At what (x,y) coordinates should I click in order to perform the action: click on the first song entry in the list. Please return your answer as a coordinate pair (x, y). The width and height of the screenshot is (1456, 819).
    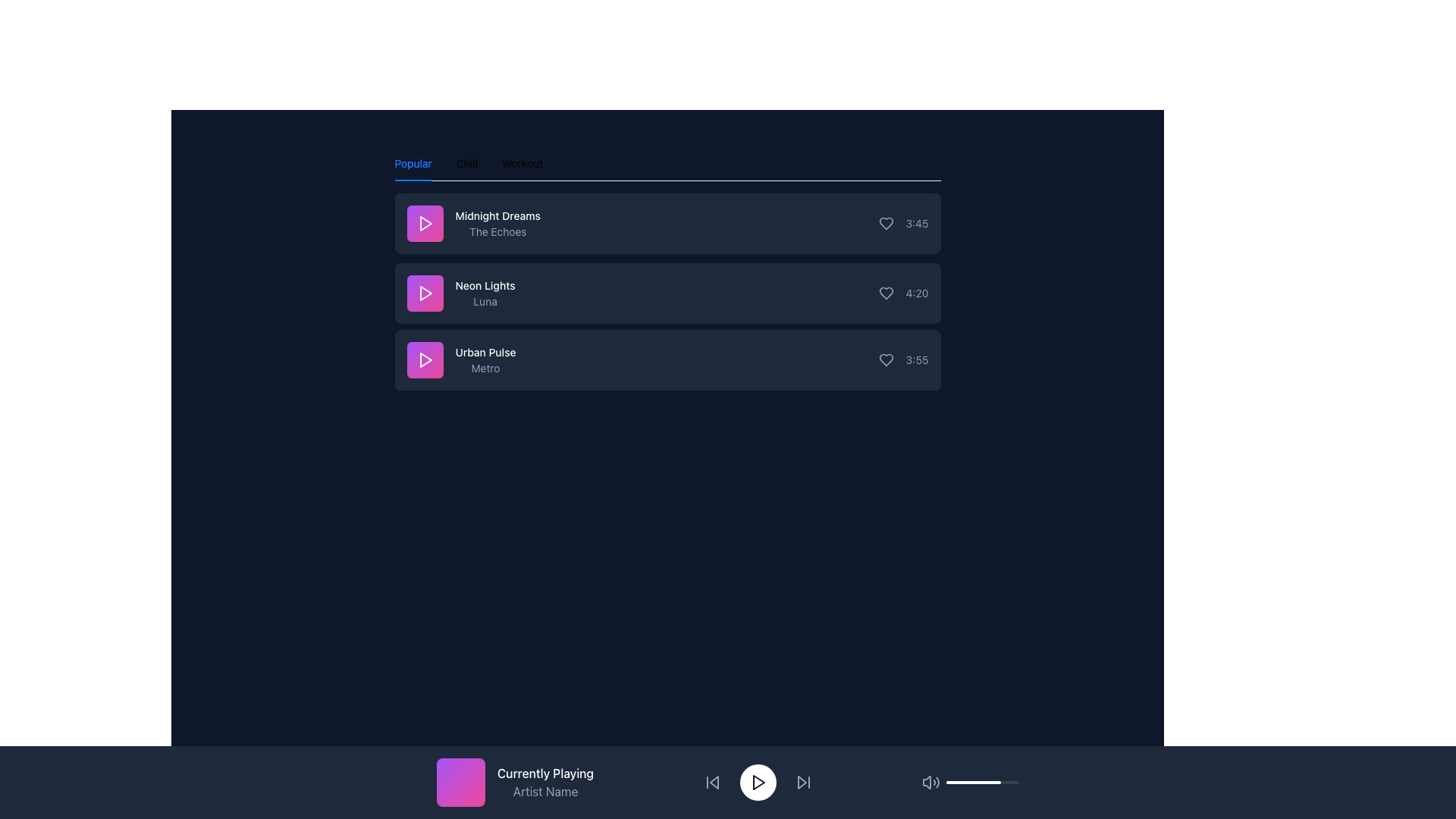
    Looking at the image, I should click on (667, 223).